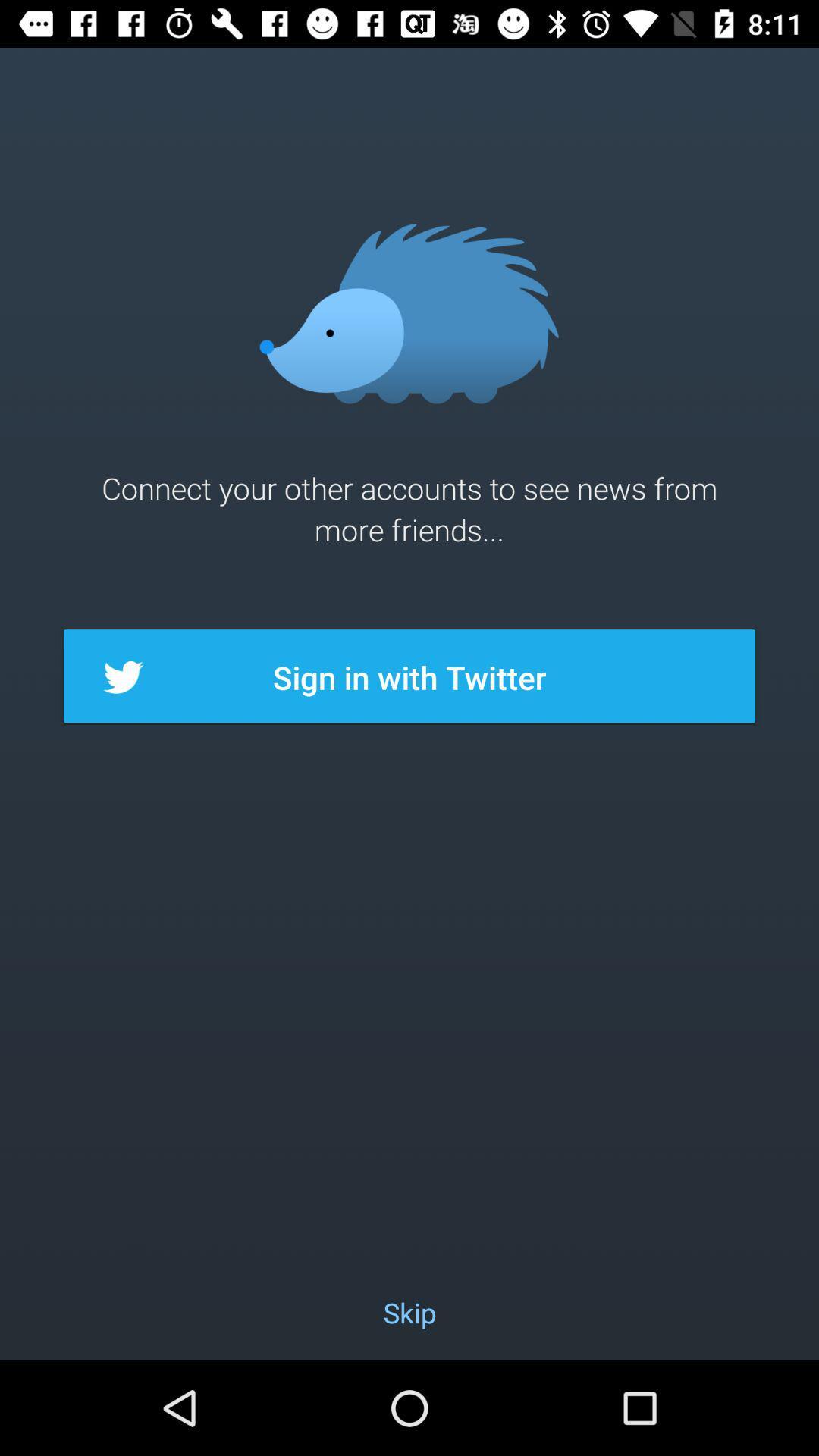 This screenshot has width=819, height=1456. What do you see at coordinates (409, 676) in the screenshot?
I see `the icon below connect your other icon` at bounding box center [409, 676].